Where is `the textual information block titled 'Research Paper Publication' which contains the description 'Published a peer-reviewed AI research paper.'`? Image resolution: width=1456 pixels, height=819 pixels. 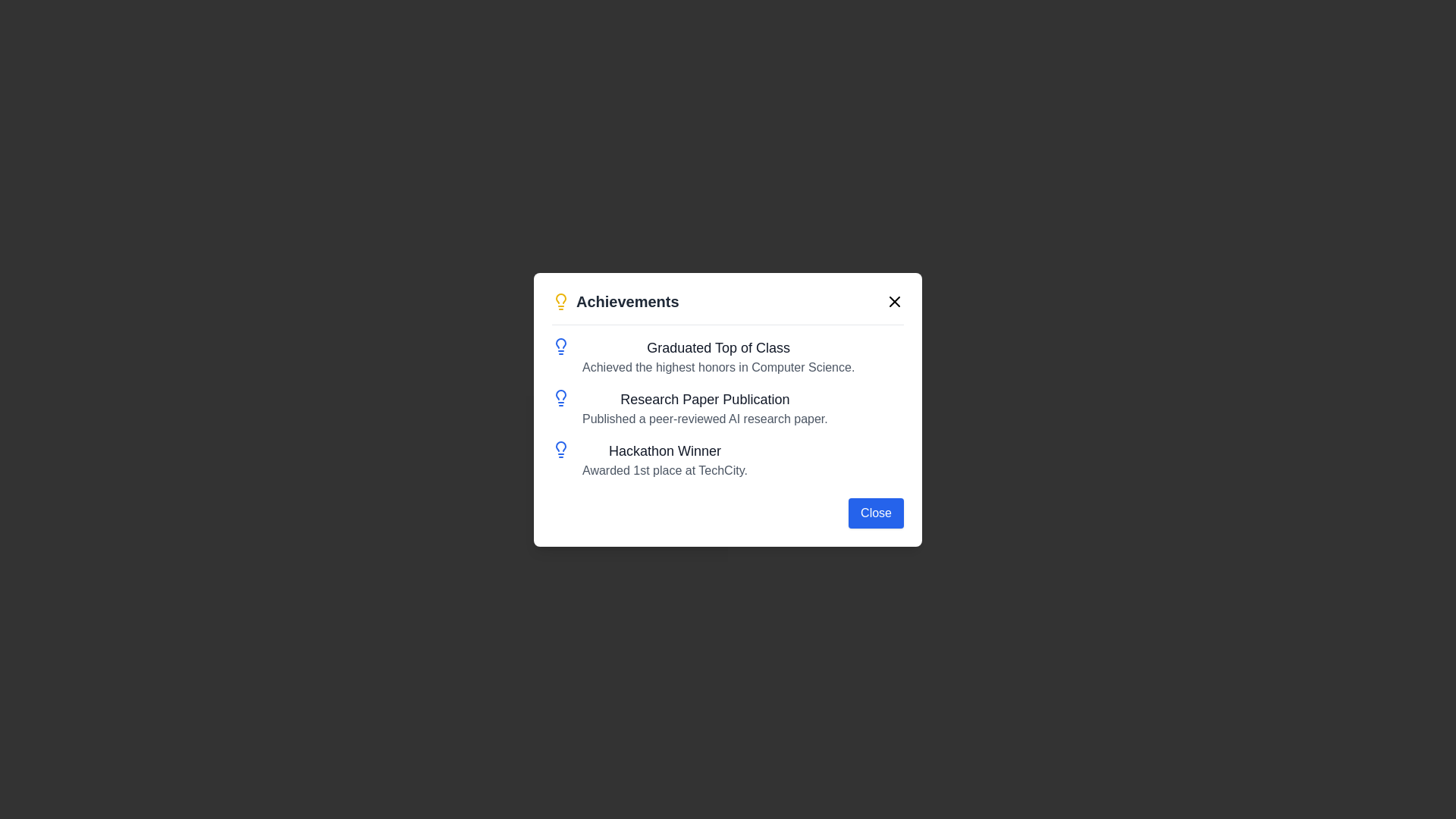
the textual information block titled 'Research Paper Publication' which contains the description 'Published a peer-reviewed AI research paper.' is located at coordinates (704, 407).